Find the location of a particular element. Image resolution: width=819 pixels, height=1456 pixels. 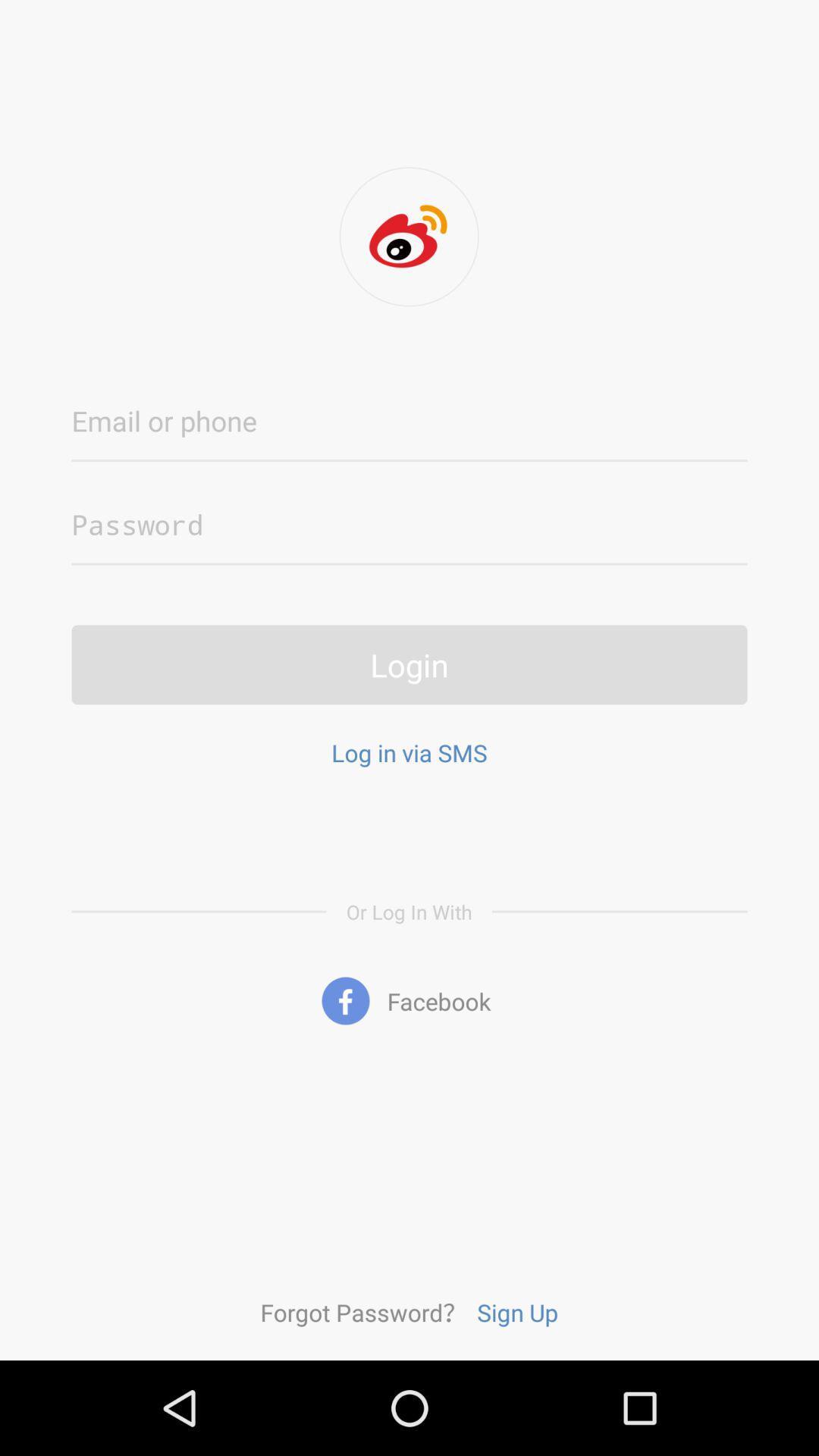

the sign up is located at coordinates (516, 1311).